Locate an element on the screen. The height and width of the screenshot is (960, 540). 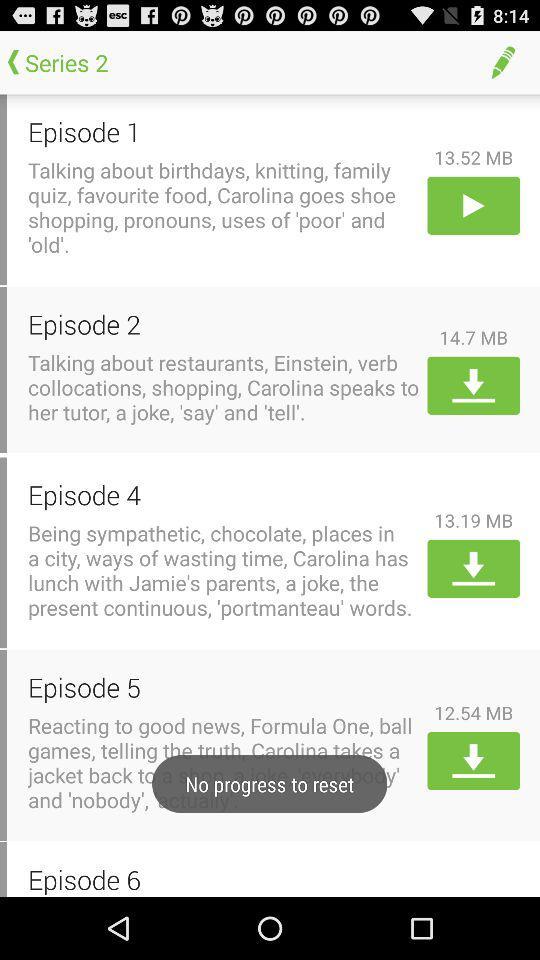
to download is located at coordinates (472, 760).